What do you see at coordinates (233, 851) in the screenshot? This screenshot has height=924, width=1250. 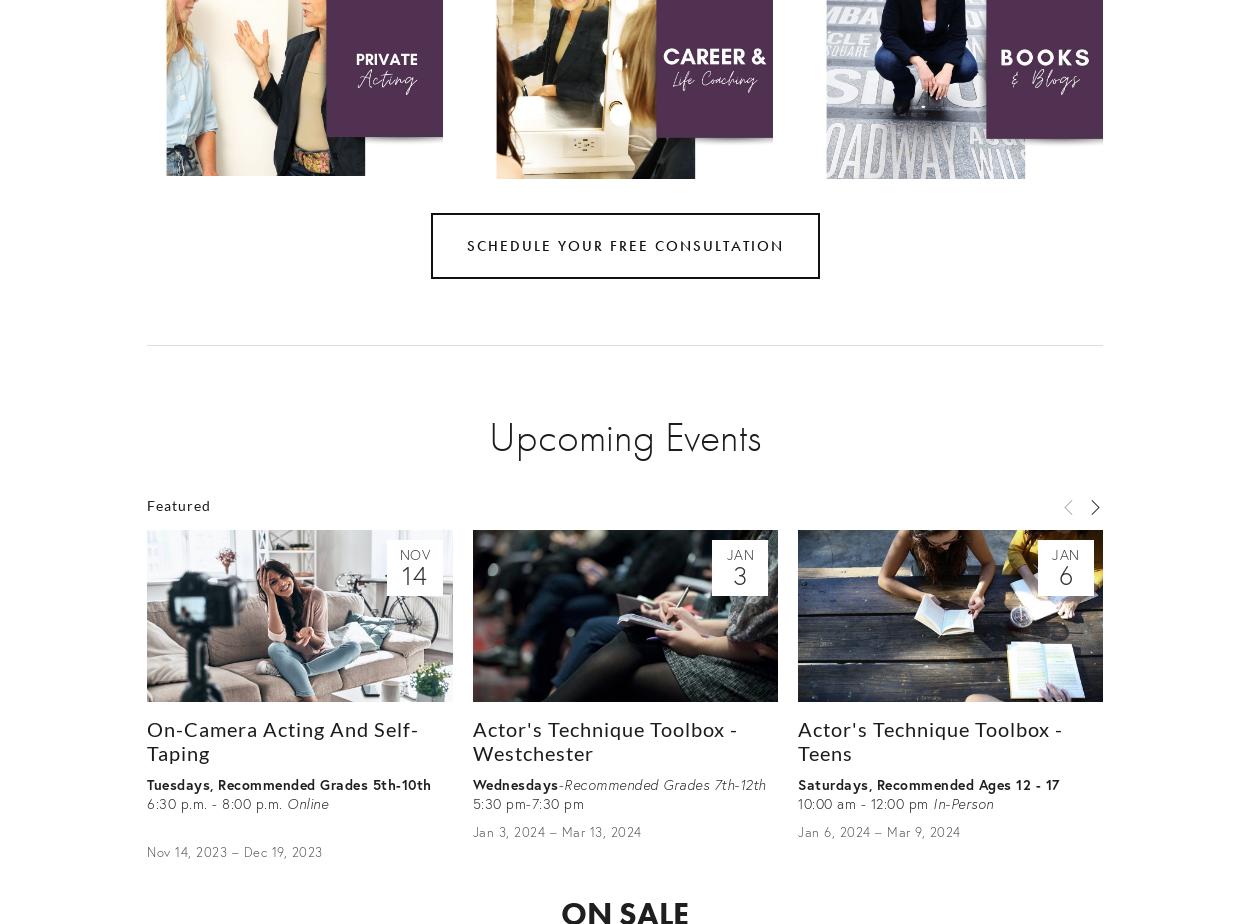 I see `'Nov 14, 2023 – Dec 19, 2023'` at bounding box center [233, 851].